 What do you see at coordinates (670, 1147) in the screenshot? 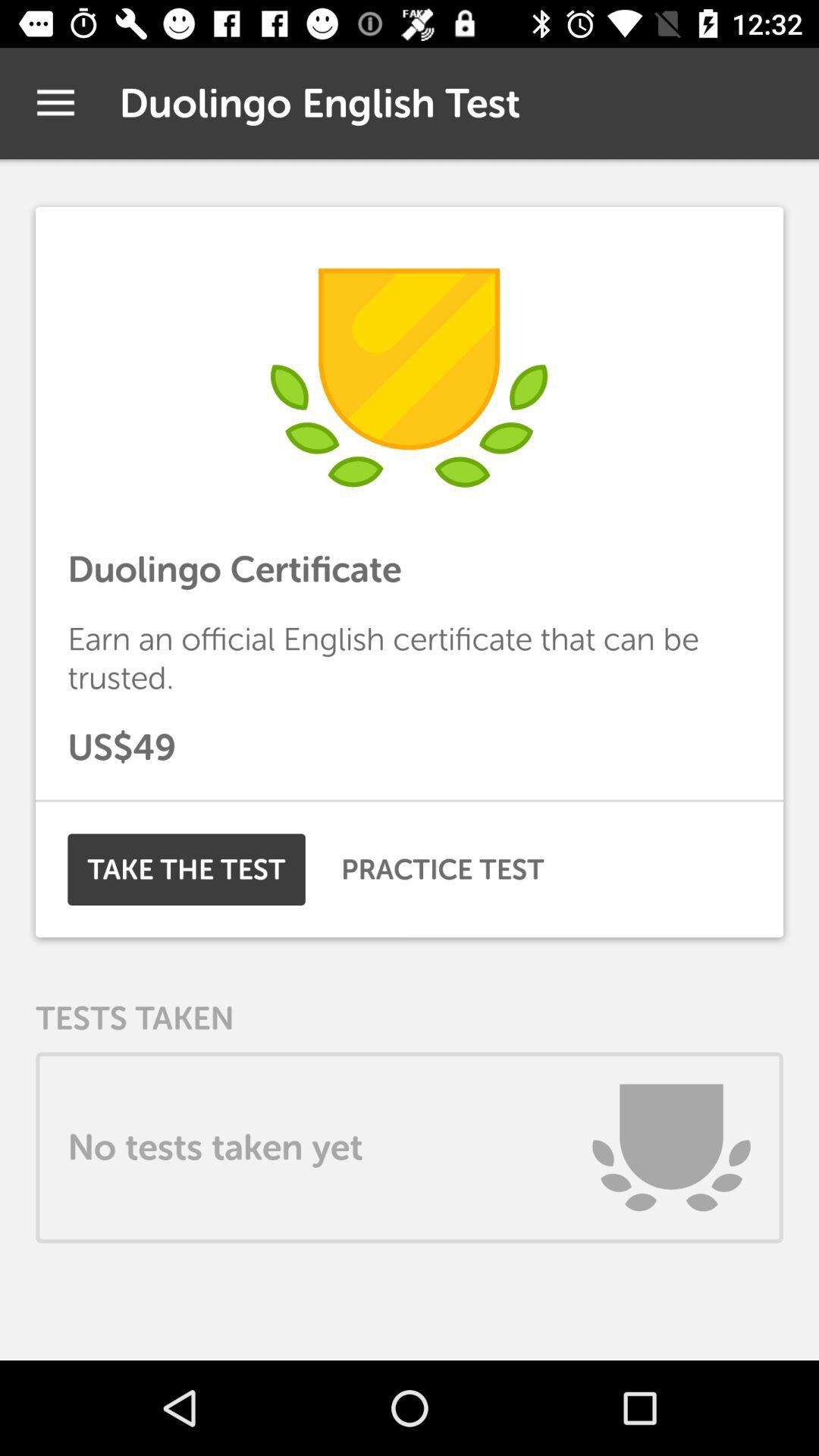
I see `the item to the right of the no tests taken icon` at bounding box center [670, 1147].